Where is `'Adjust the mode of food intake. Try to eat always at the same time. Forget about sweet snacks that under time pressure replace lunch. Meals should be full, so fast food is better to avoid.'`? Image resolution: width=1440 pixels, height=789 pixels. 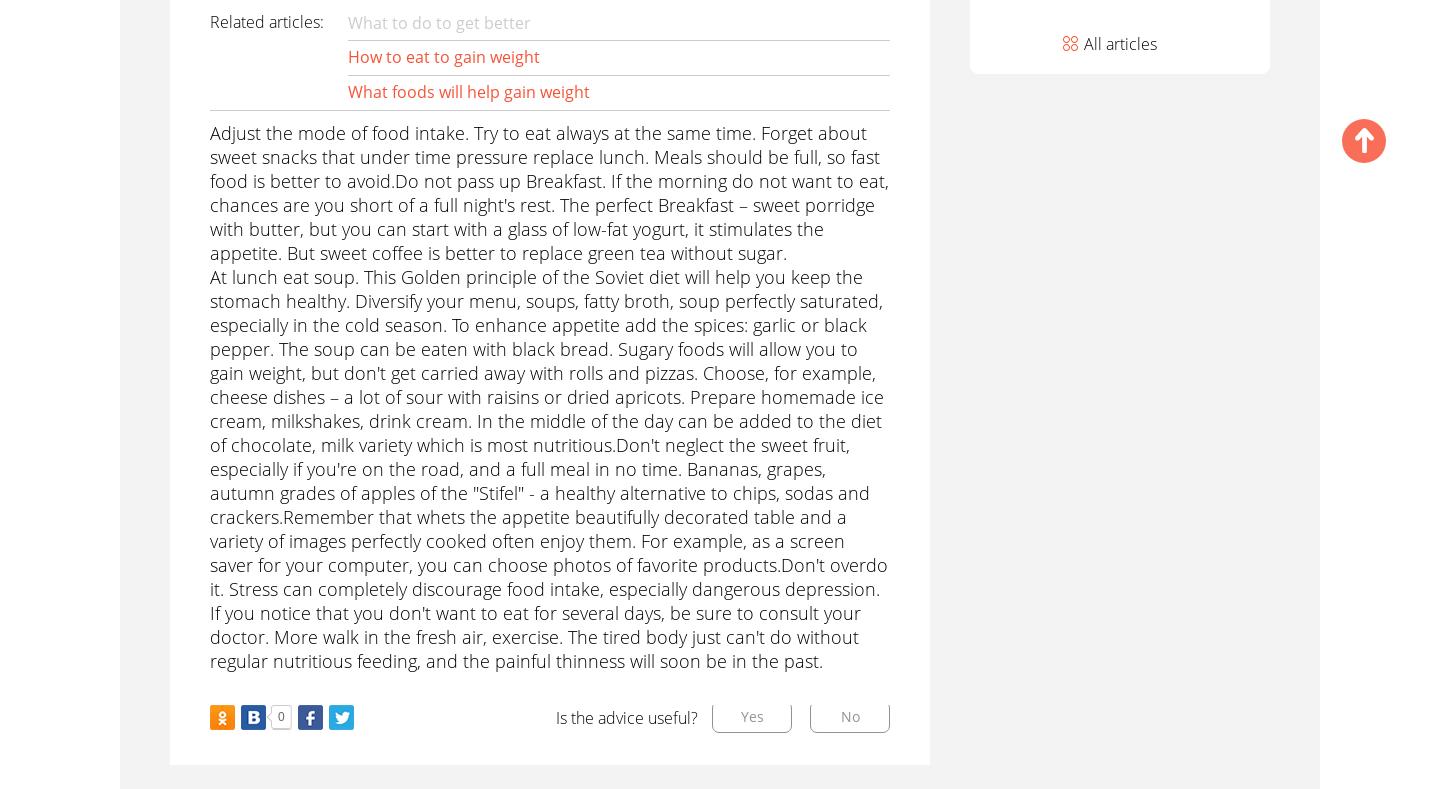 'Adjust the mode of food intake. Try to eat always at the same time. Forget about sweet snacks that under time pressure replace lunch. Meals should be full, so fast food is better to avoid.' is located at coordinates (544, 157).